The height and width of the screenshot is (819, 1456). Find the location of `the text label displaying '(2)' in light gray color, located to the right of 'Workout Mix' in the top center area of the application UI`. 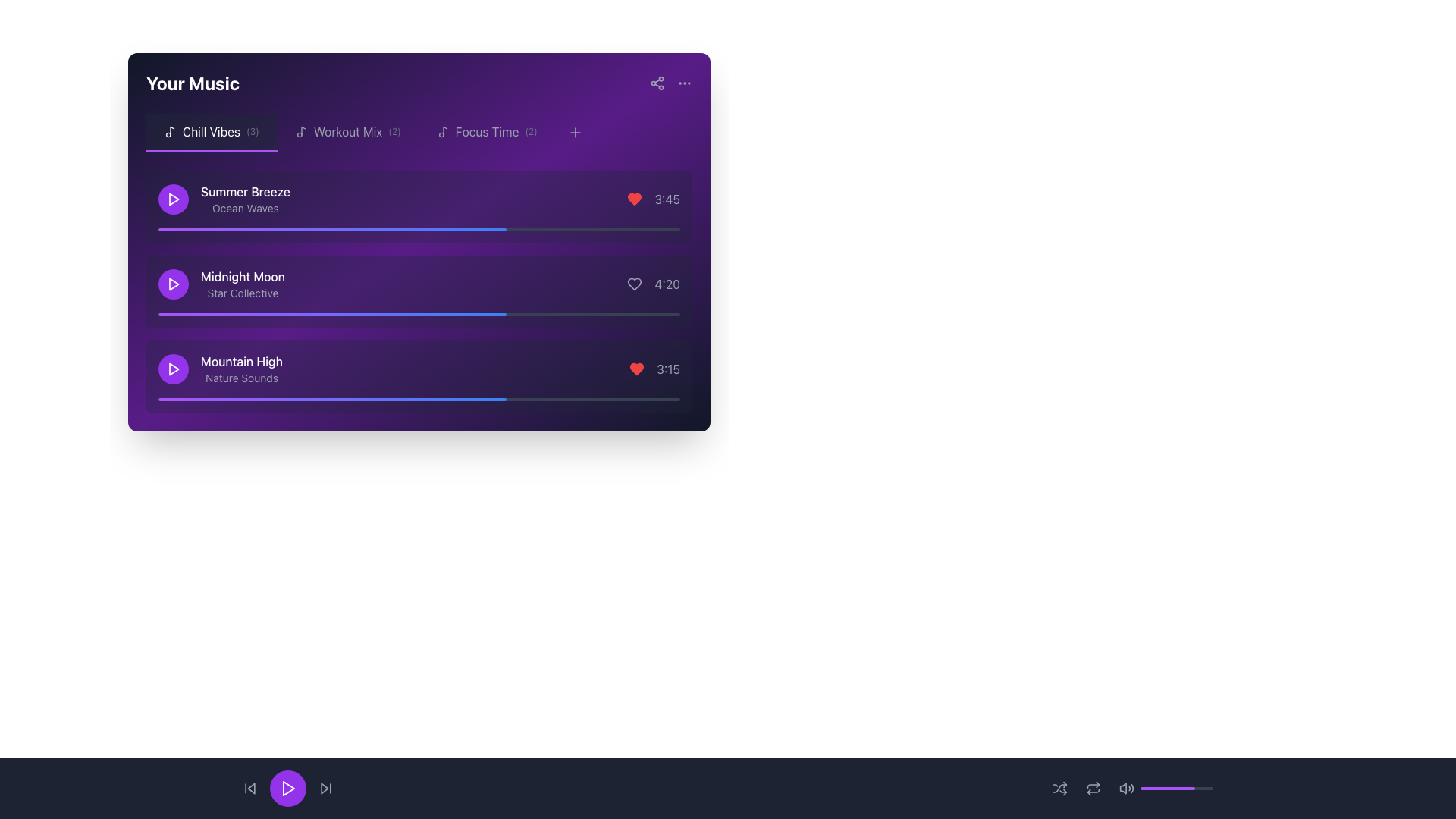

the text label displaying '(2)' in light gray color, located to the right of 'Workout Mix' in the top center area of the application UI is located at coordinates (394, 130).